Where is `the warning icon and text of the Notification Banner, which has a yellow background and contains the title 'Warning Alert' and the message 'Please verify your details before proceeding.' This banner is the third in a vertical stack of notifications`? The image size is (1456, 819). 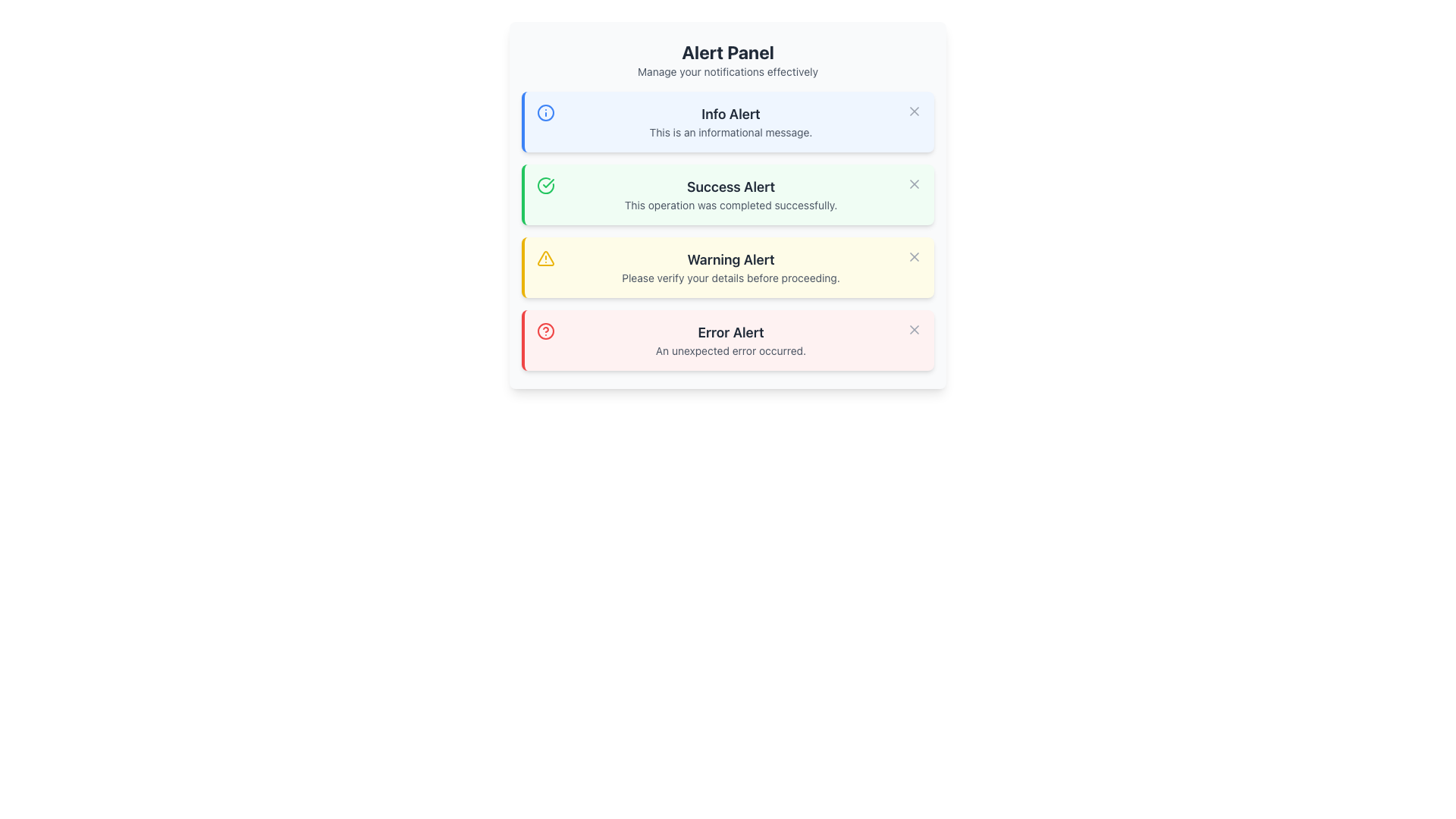
the warning icon and text of the Notification Banner, which has a yellow background and contains the title 'Warning Alert' and the message 'Please verify your details before proceeding.' This banner is the third in a vertical stack of notifications is located at coordinates (728, 267).